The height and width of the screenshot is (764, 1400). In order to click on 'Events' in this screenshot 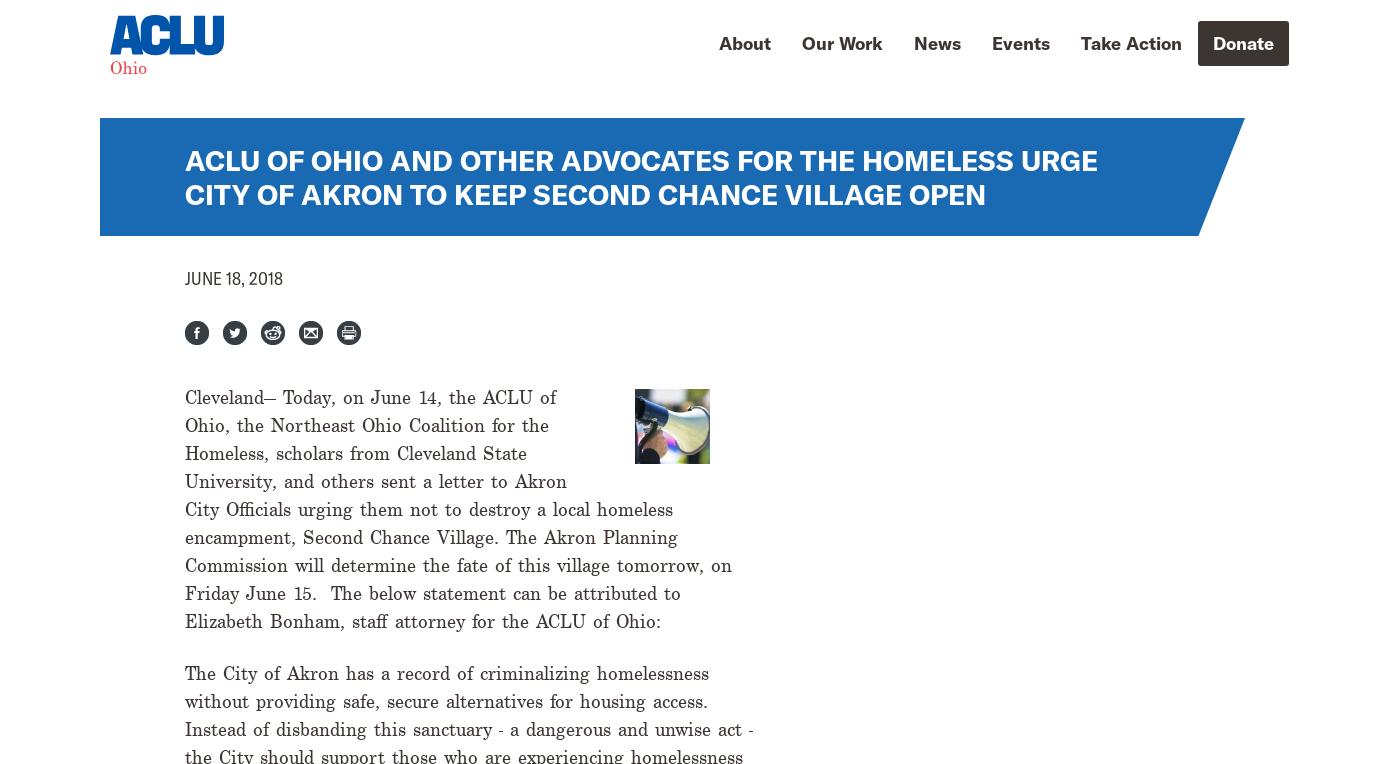, I will do `click(1020, 41)`.